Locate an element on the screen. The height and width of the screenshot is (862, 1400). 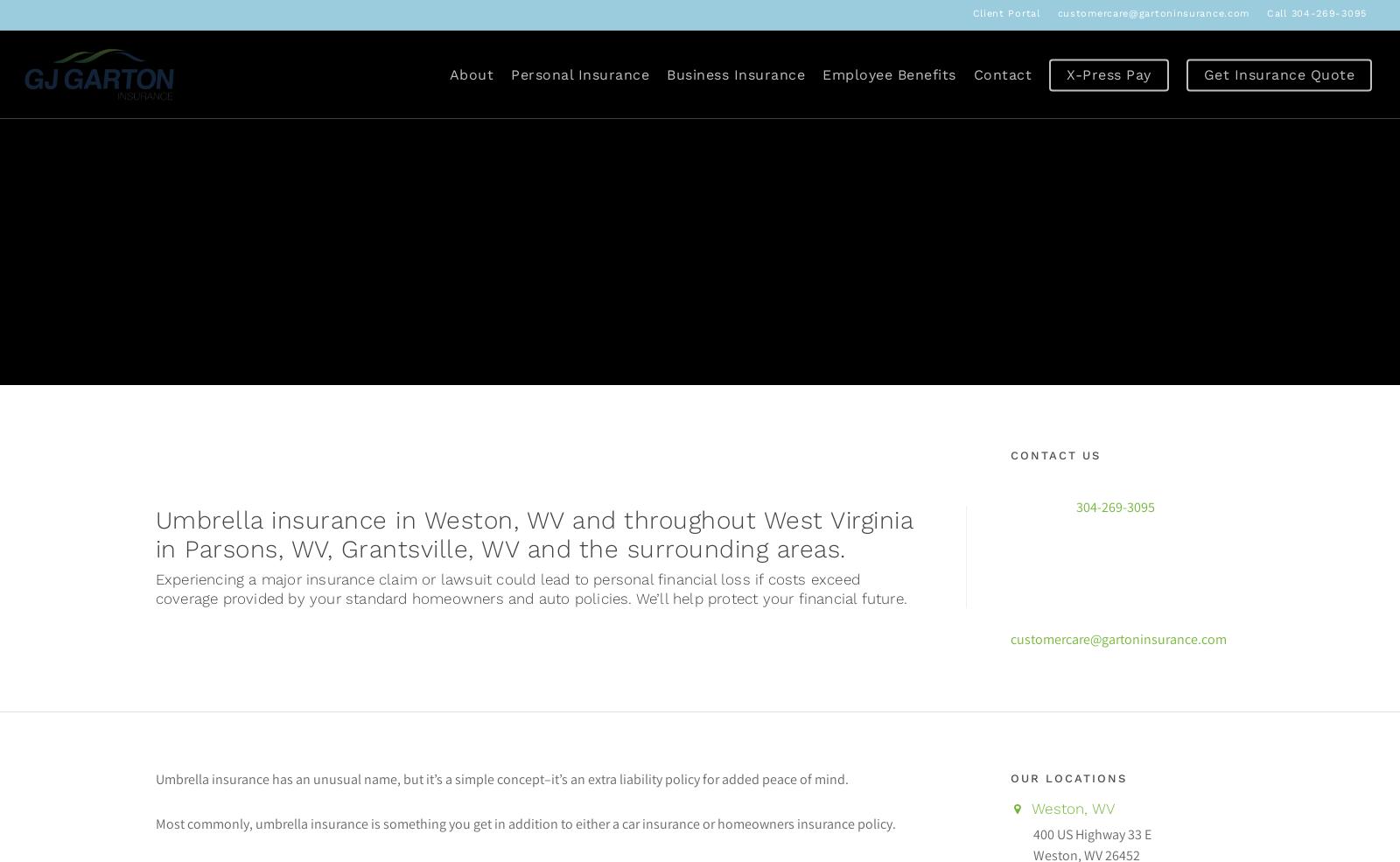
'Umbrella Insurance - Weston, WV' is located at coordinates (153, 351).